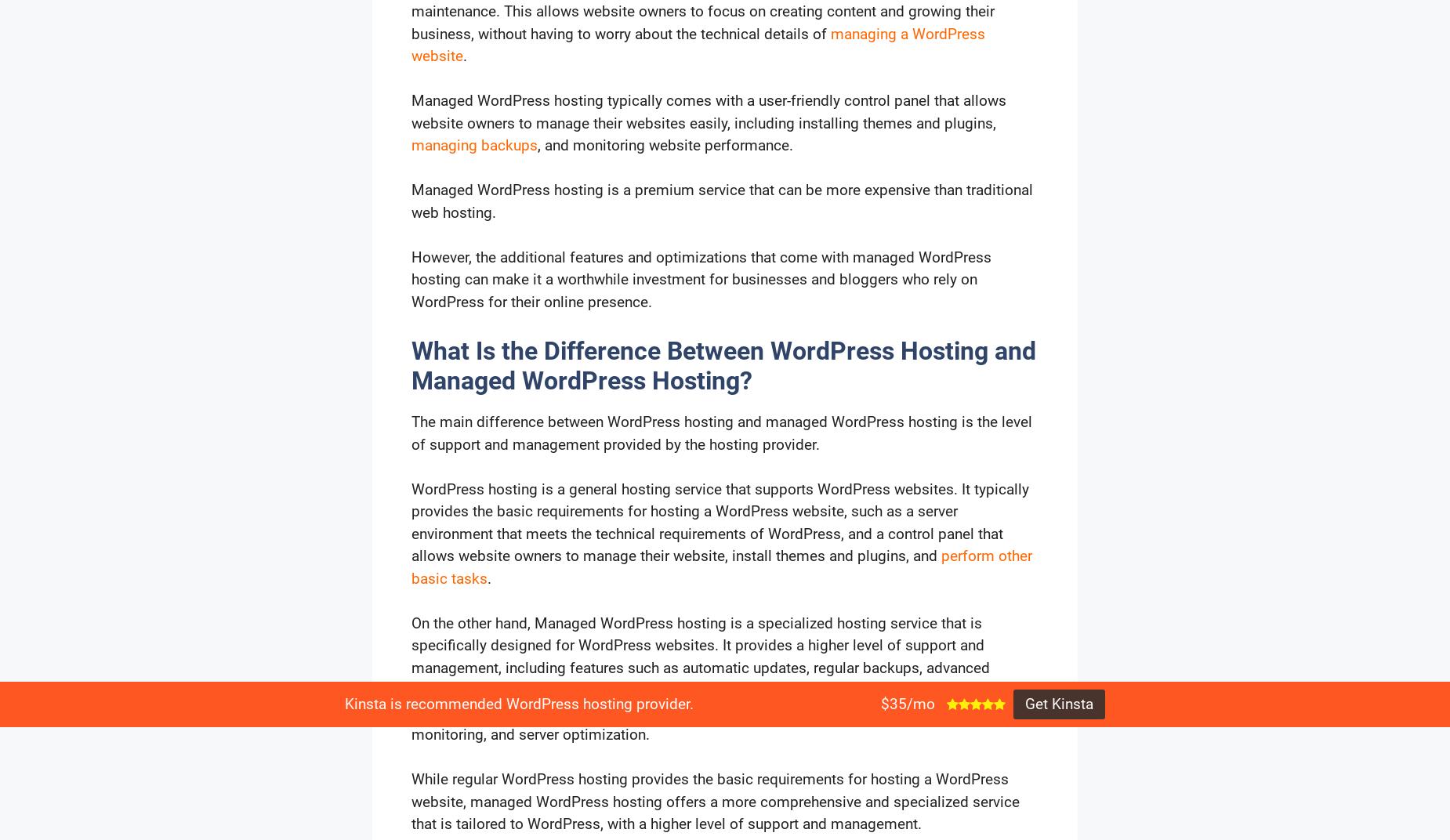  I want to click on 'Managed WordPress hosting is a premium service that can be more expensive than traditional web hosting.', so click(411, 201).